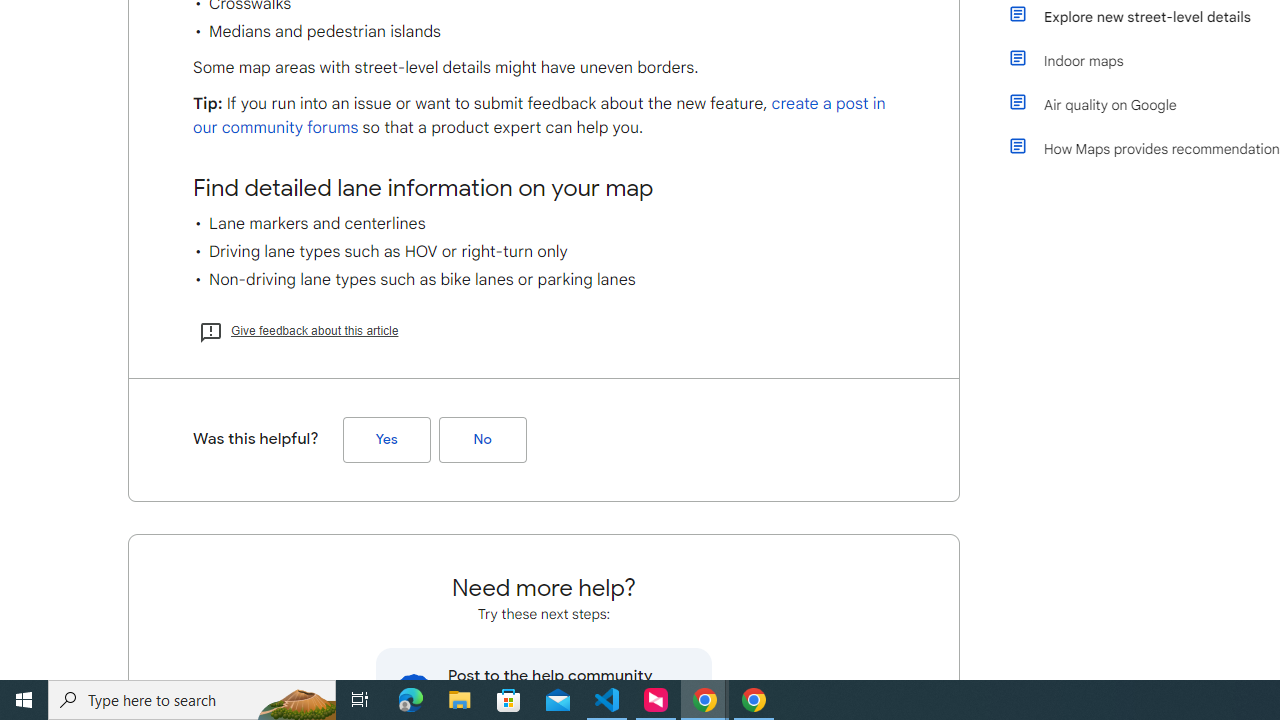 Image resolution: width=1280 pixels, height=720 pixels. I want to click on 'Give feedback about this article', so click(297, 329).